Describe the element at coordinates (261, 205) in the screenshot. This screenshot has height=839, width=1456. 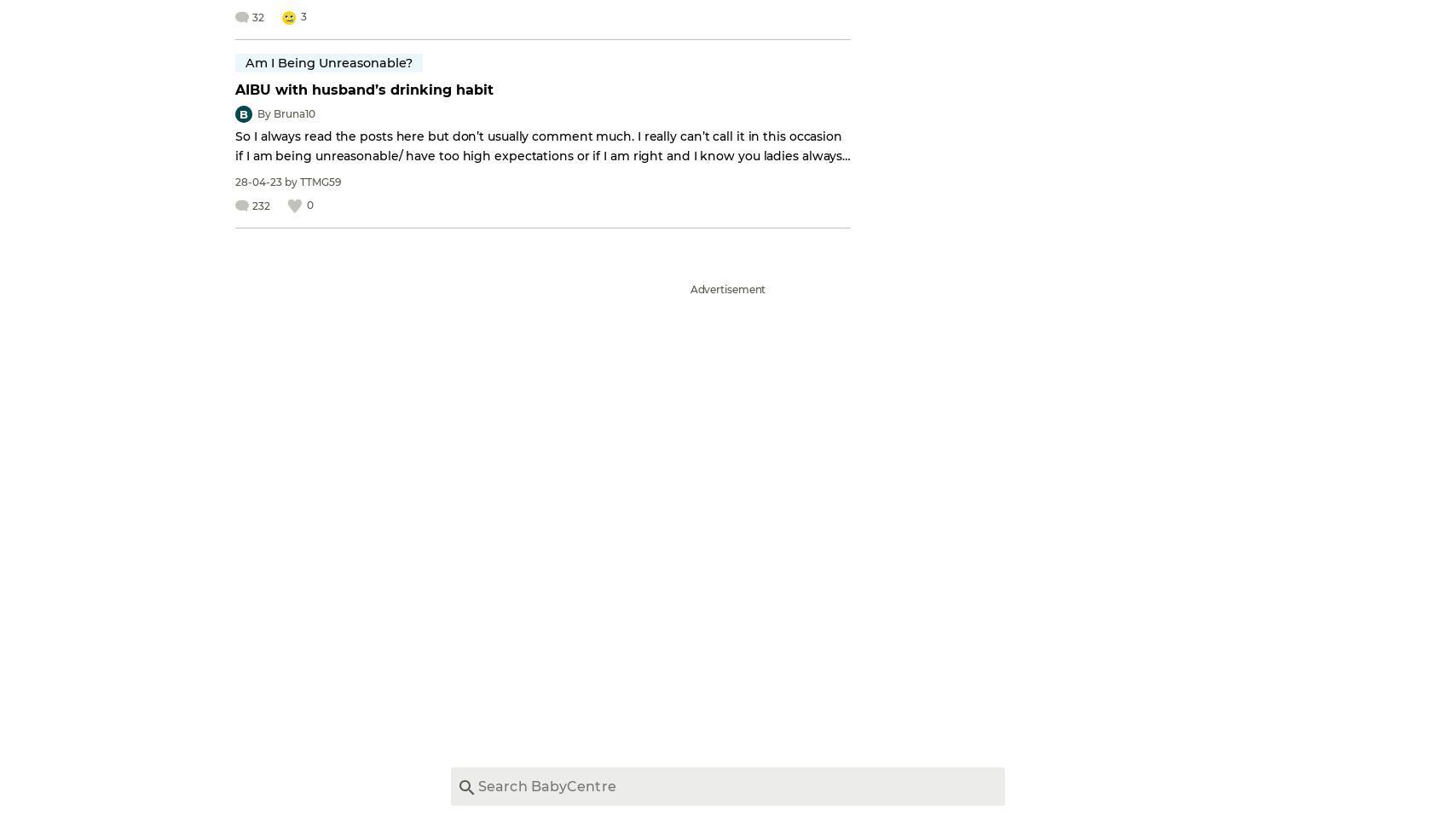
I see `'232'` at that location.